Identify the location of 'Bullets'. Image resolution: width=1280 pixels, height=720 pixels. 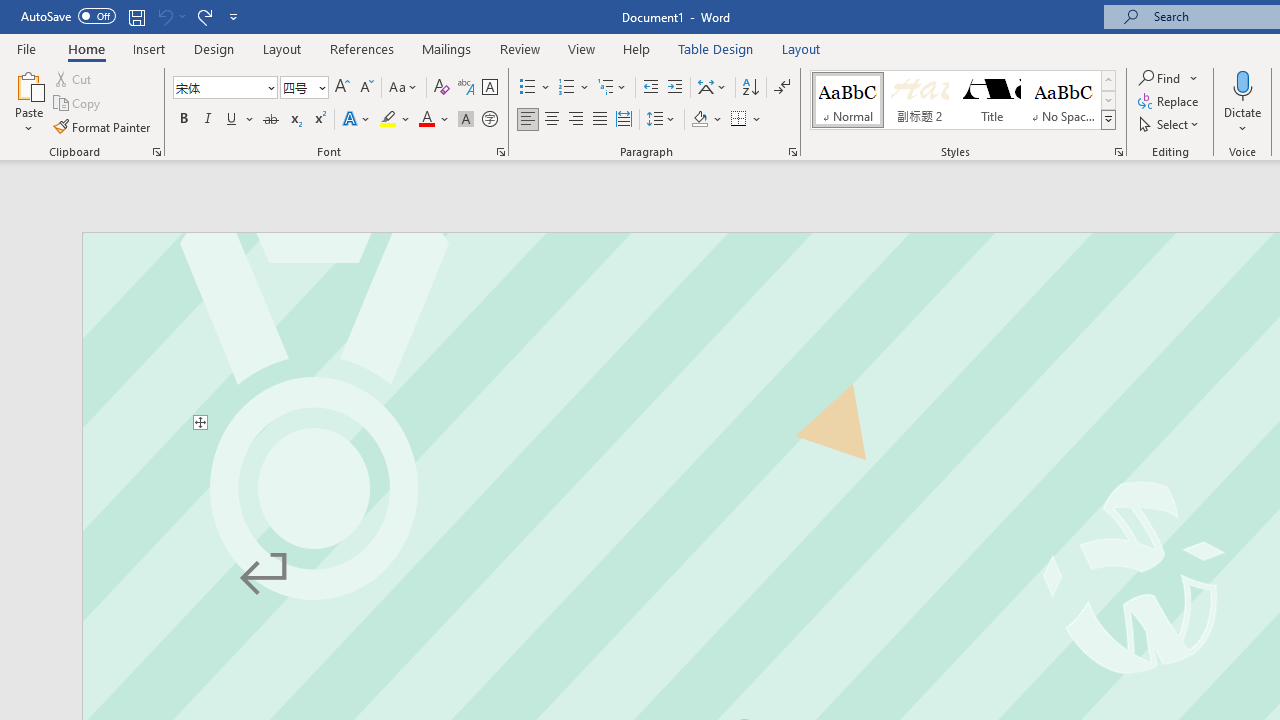
(528, 86).